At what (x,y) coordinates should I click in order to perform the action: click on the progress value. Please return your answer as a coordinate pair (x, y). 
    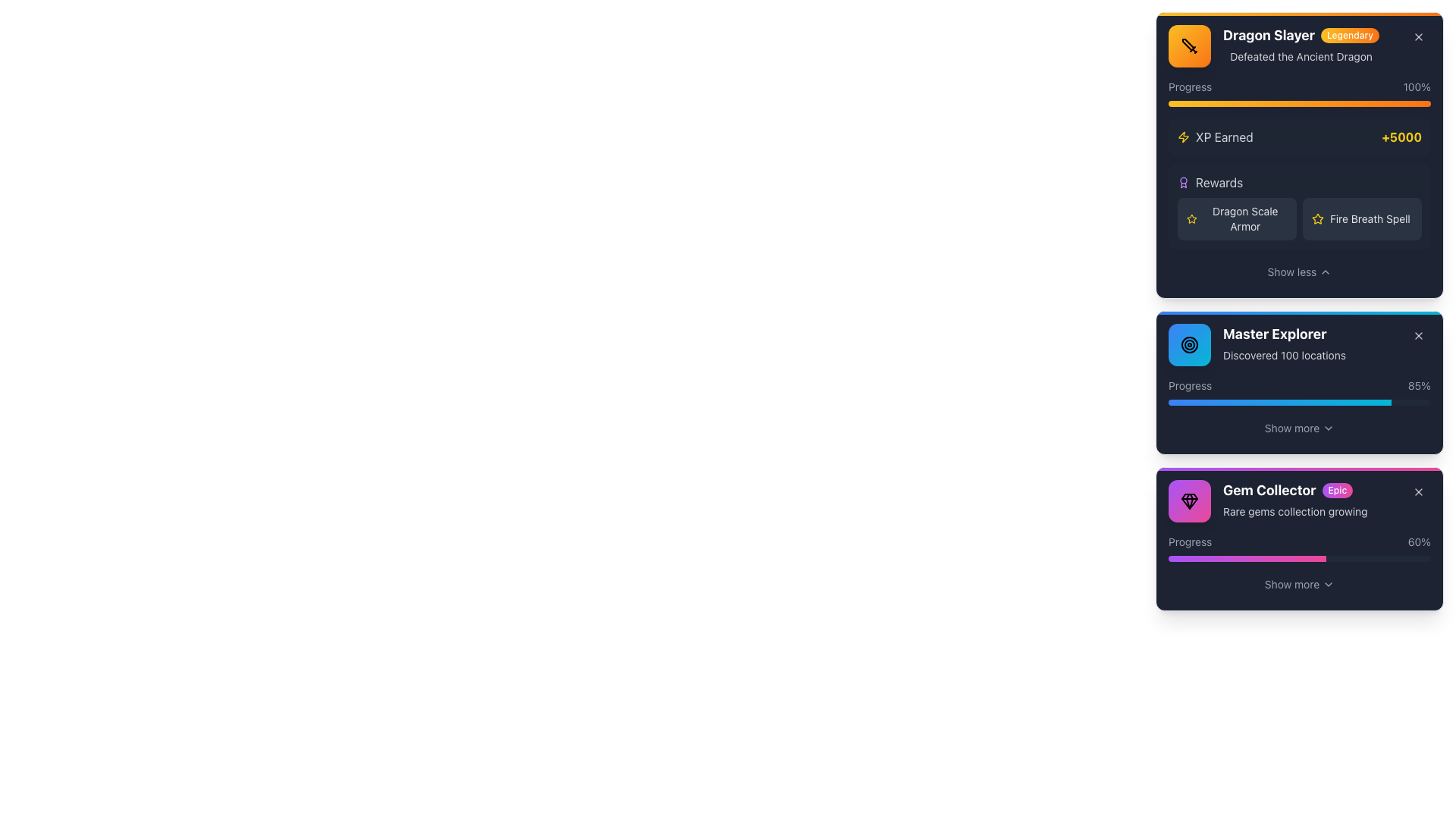
    Looking at the image, I should click on (1225, 558).